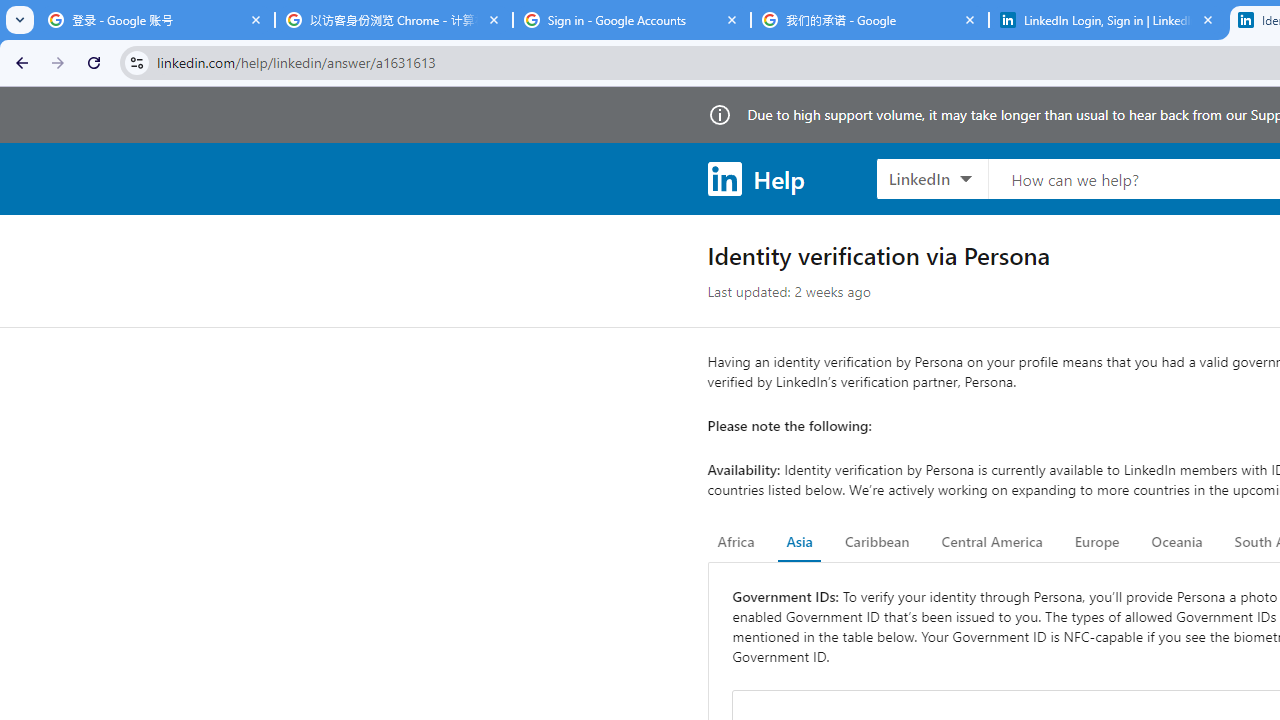  What do you see at coordinates (1176, 542) in the screenshot?
I see `'Oceania'` at bounding box center [1176, 542].